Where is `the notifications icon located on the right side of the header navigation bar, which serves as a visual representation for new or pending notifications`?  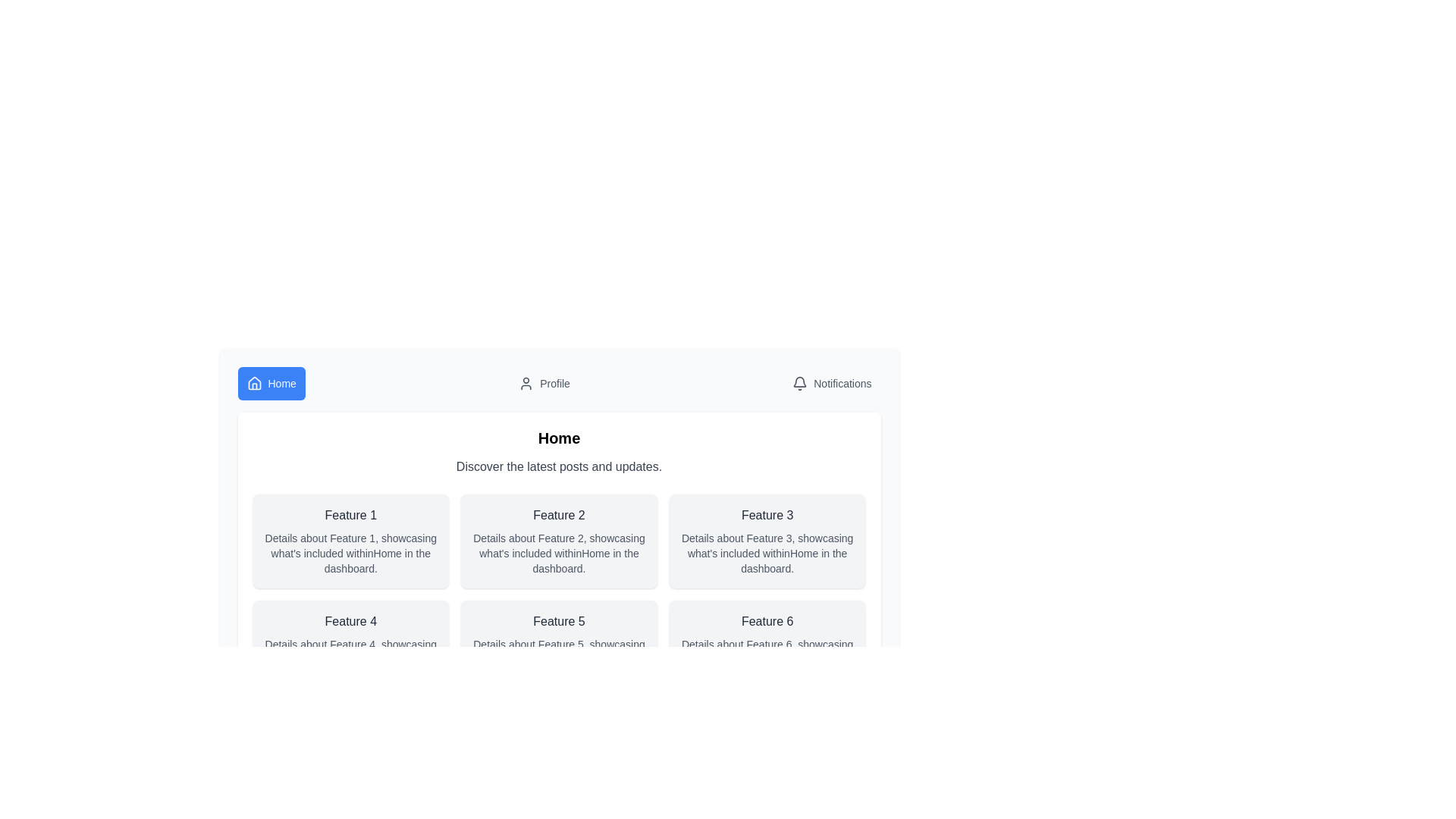
the notifications icon located on the right side of the header navigation bar, which serves as a visual representation for new or pending notifications is located at coordinates (799, 382).